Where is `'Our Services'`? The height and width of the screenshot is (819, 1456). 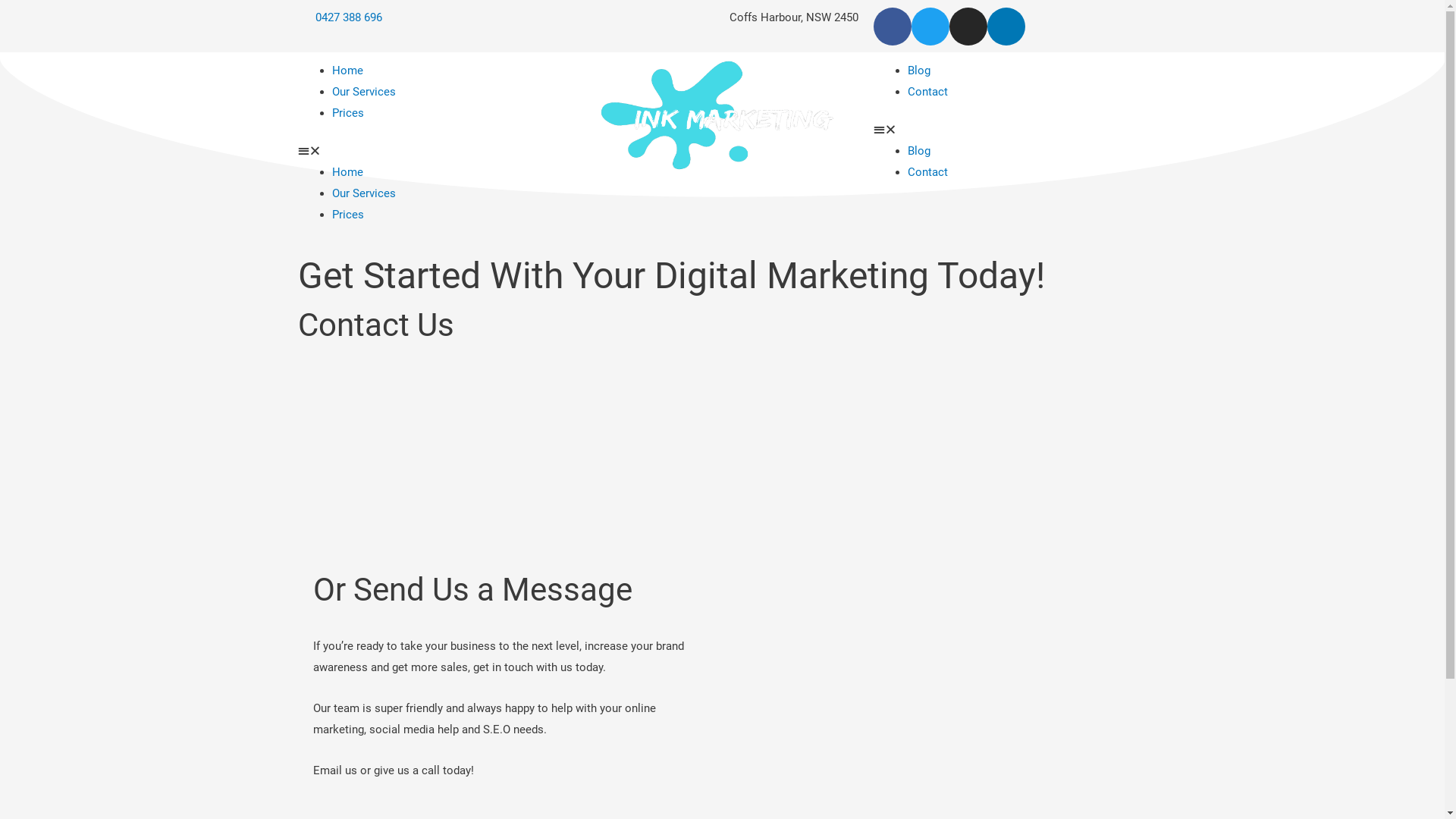 'Our Services' is located at coordinates (364, 91).